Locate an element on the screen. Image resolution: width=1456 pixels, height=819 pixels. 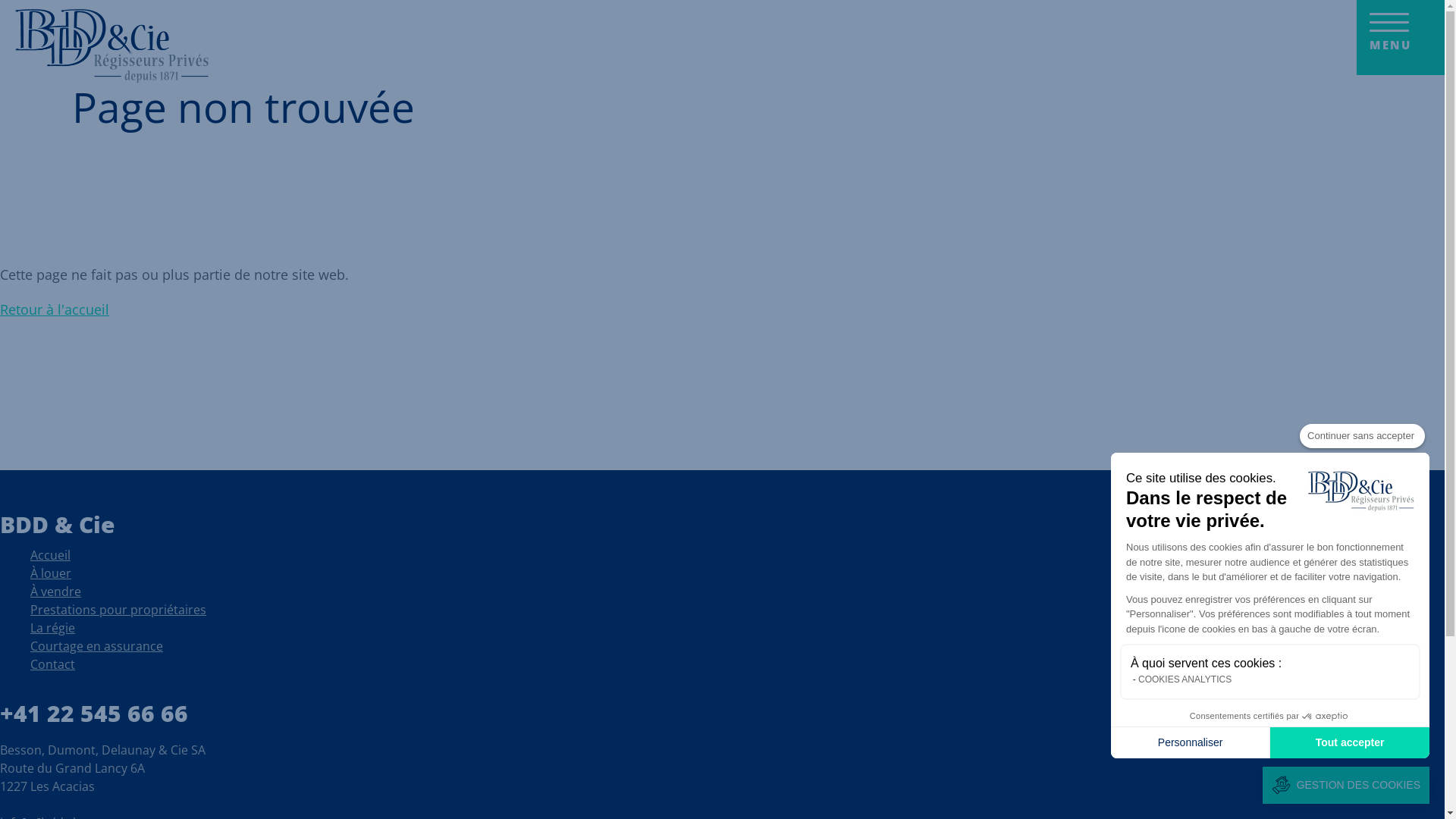
'MENU' is located at coordinates (1400, 36).